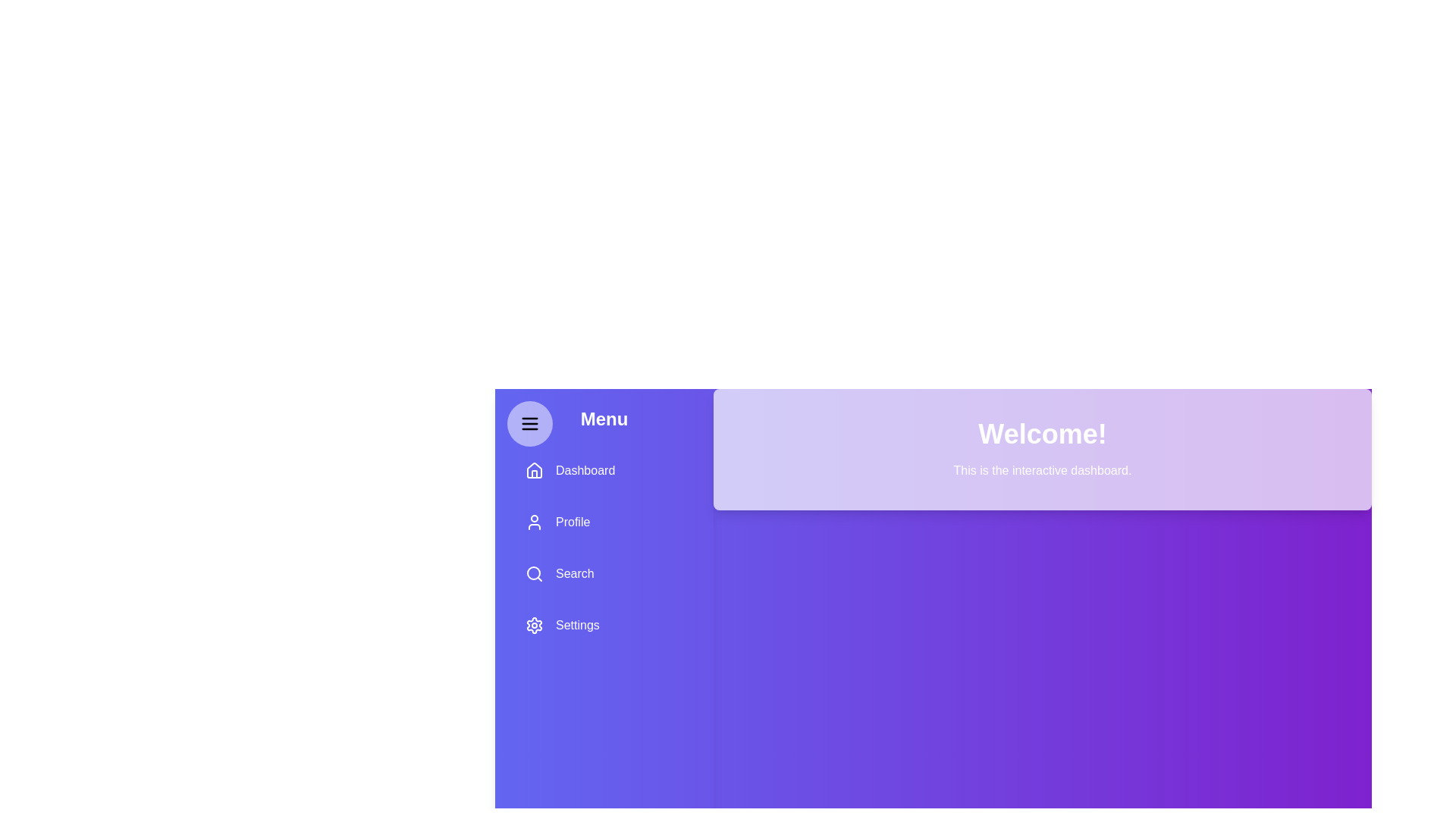 The width and height of the screenshot is (1456, 819). What do you see at coordinates (603, 470) in the screenshot?
I see `the menu item Dashboard to observe its hover effect` at bounding box center [603, 470].